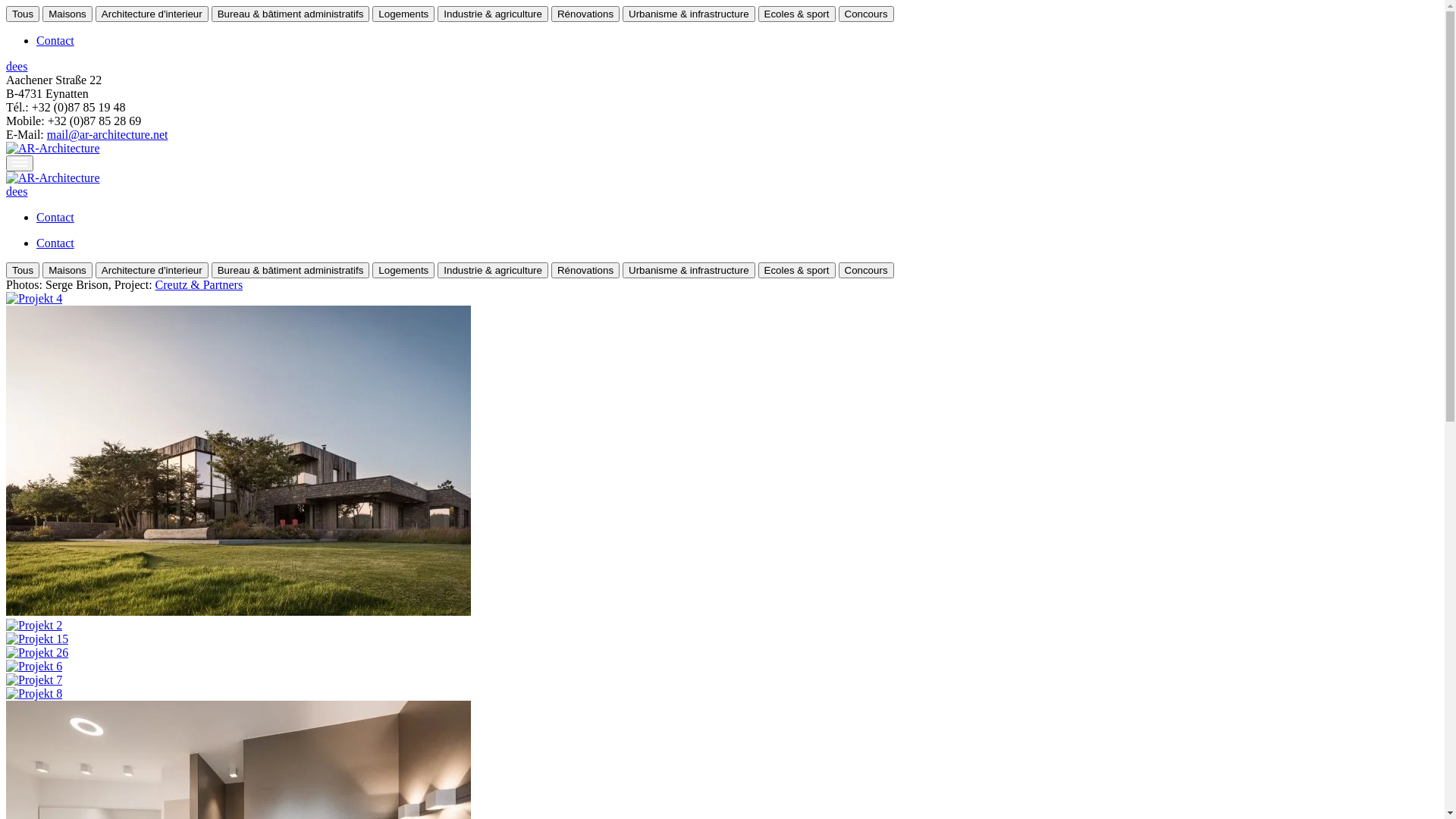 The height and width of the screenshot is (819, 1456). Describe the element at coordinates (22, 190) in the screenshot. I see `'es'` at that location.